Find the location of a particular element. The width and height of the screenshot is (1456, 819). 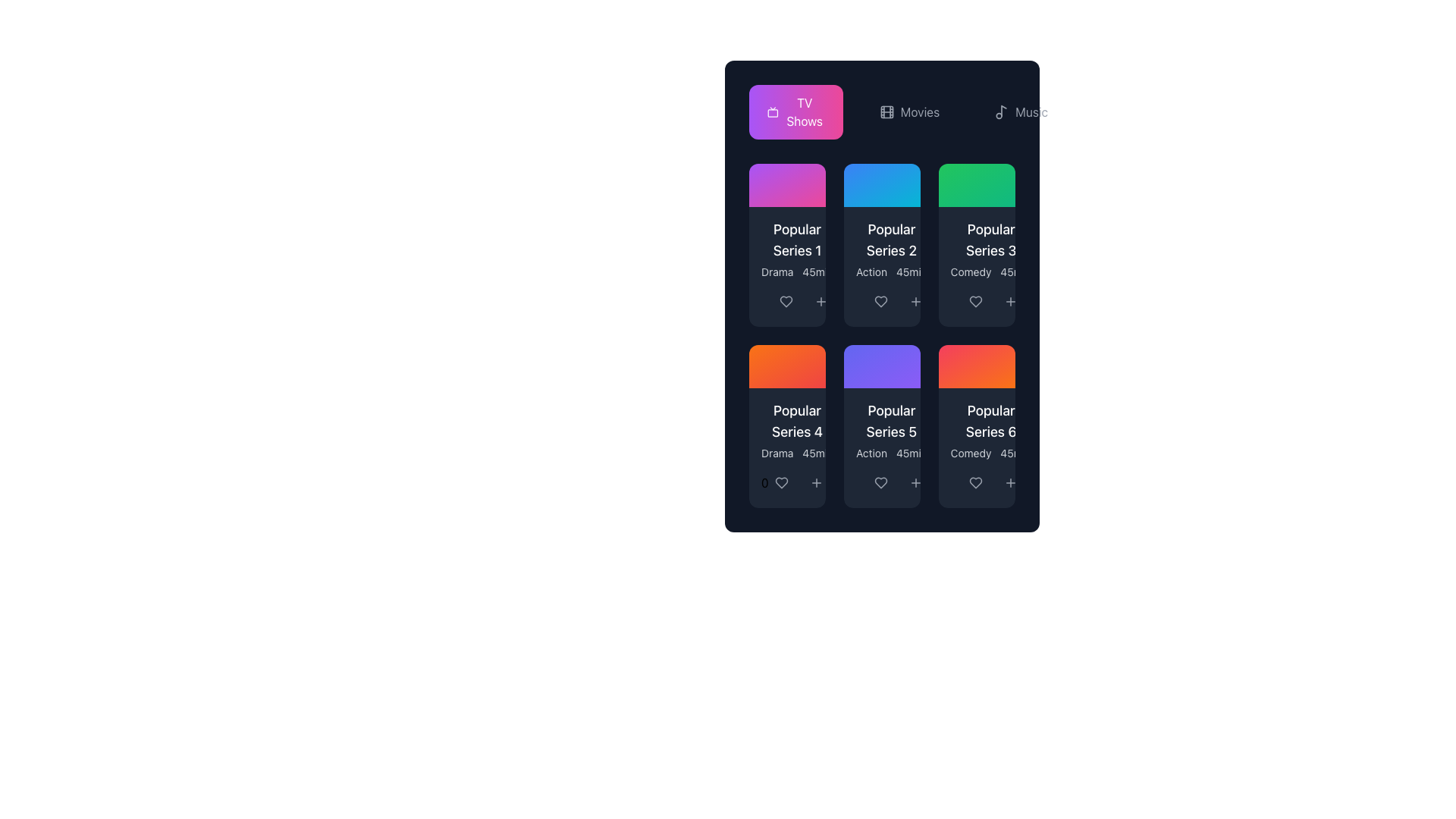

the 'TV Shows' icon located to the left of the 'TV Shows' button at the top-left corner of the interface is located at coordinates (773, 111).